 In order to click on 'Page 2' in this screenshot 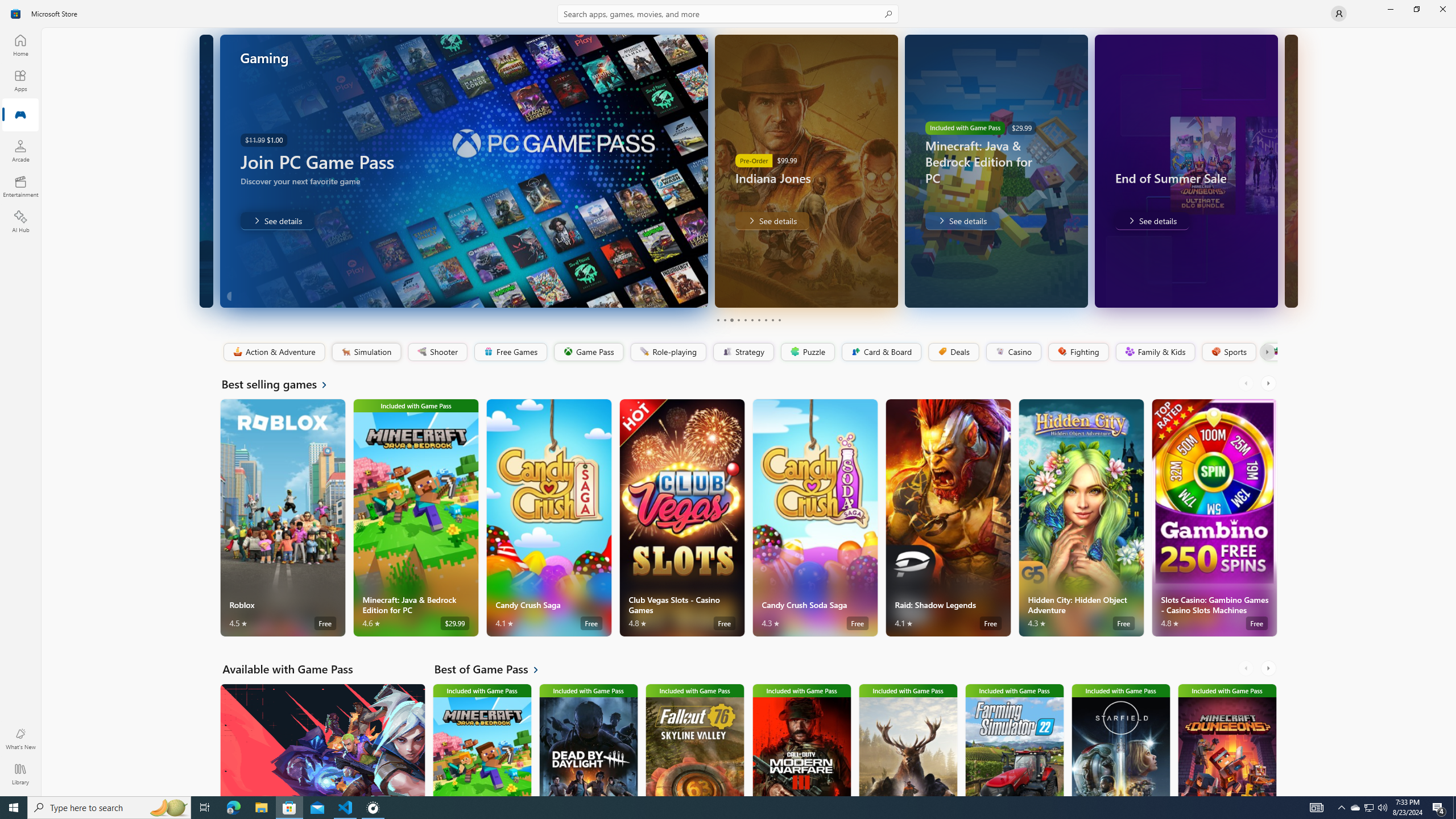, I will do `click(723, 320)`.